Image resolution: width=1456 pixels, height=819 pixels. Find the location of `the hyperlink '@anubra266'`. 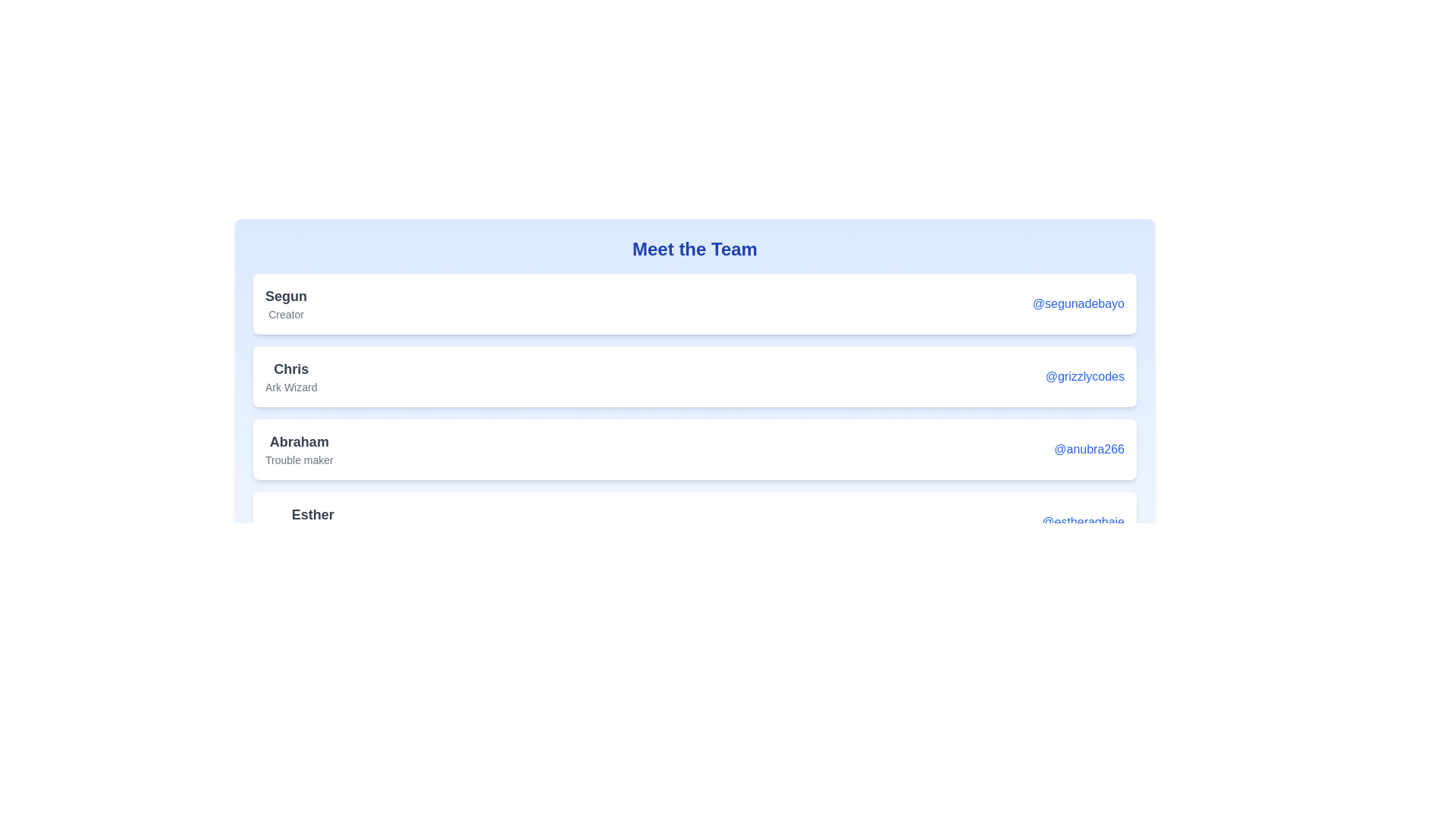

the hyperlink '@anubra266' is located at coordinates (1088, 449).